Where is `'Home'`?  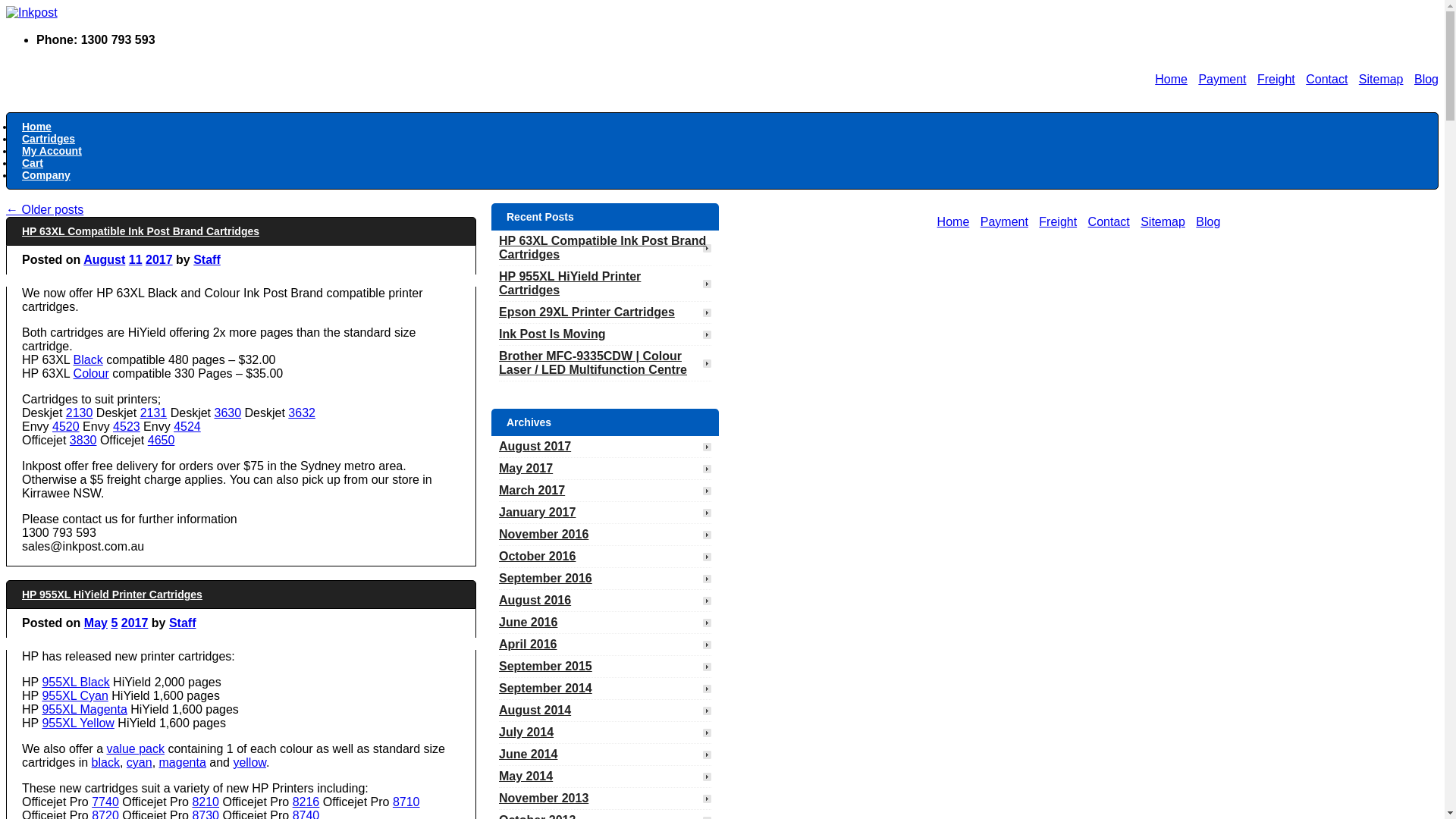 'Home' is located at coordinates (36, 125).